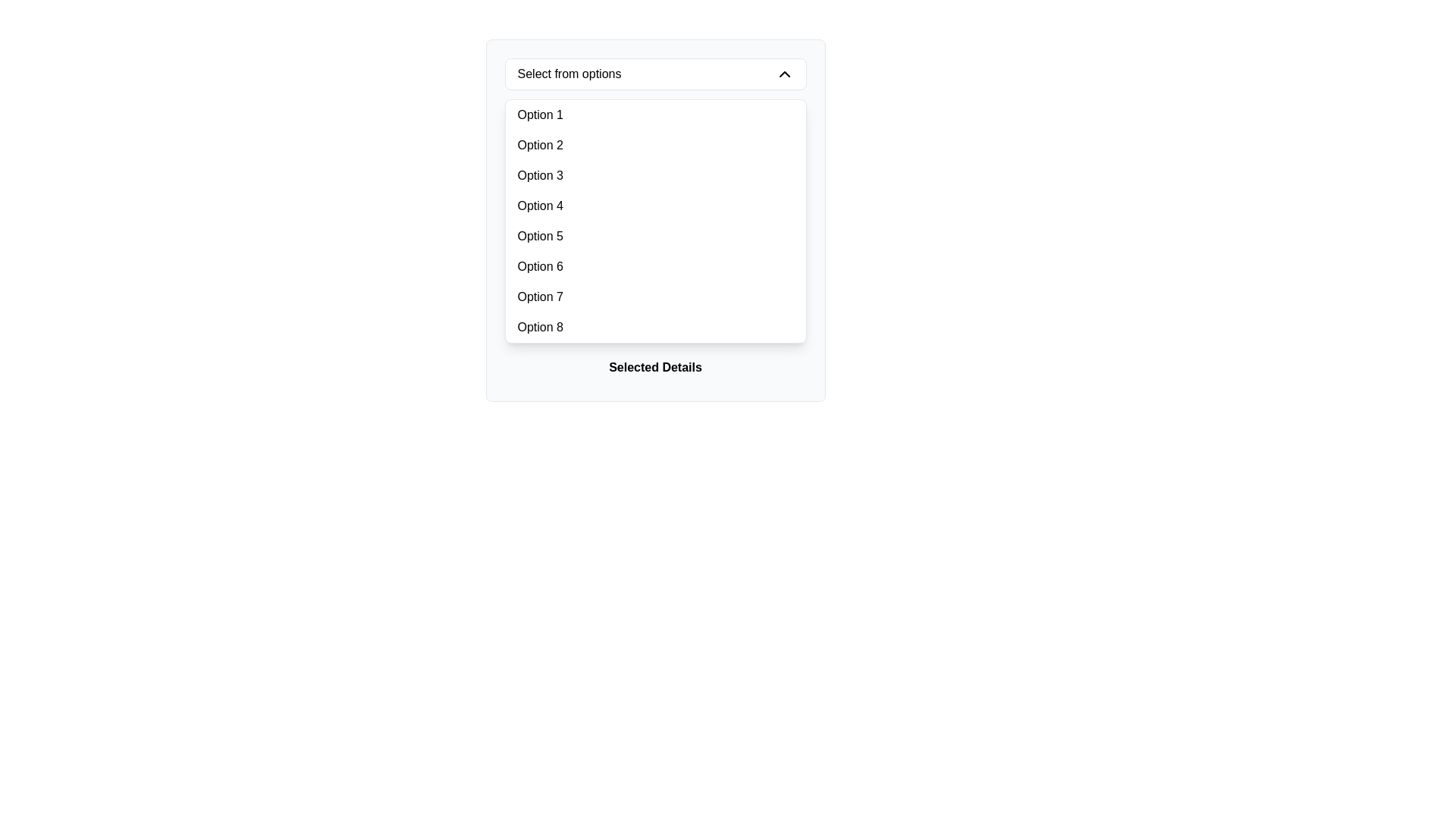 The image size is (1456, 819). Describe the element at coordinates (540, 114) in the screenshot. I see `the first option 'Option 1' in the dropdown menu` at that location.